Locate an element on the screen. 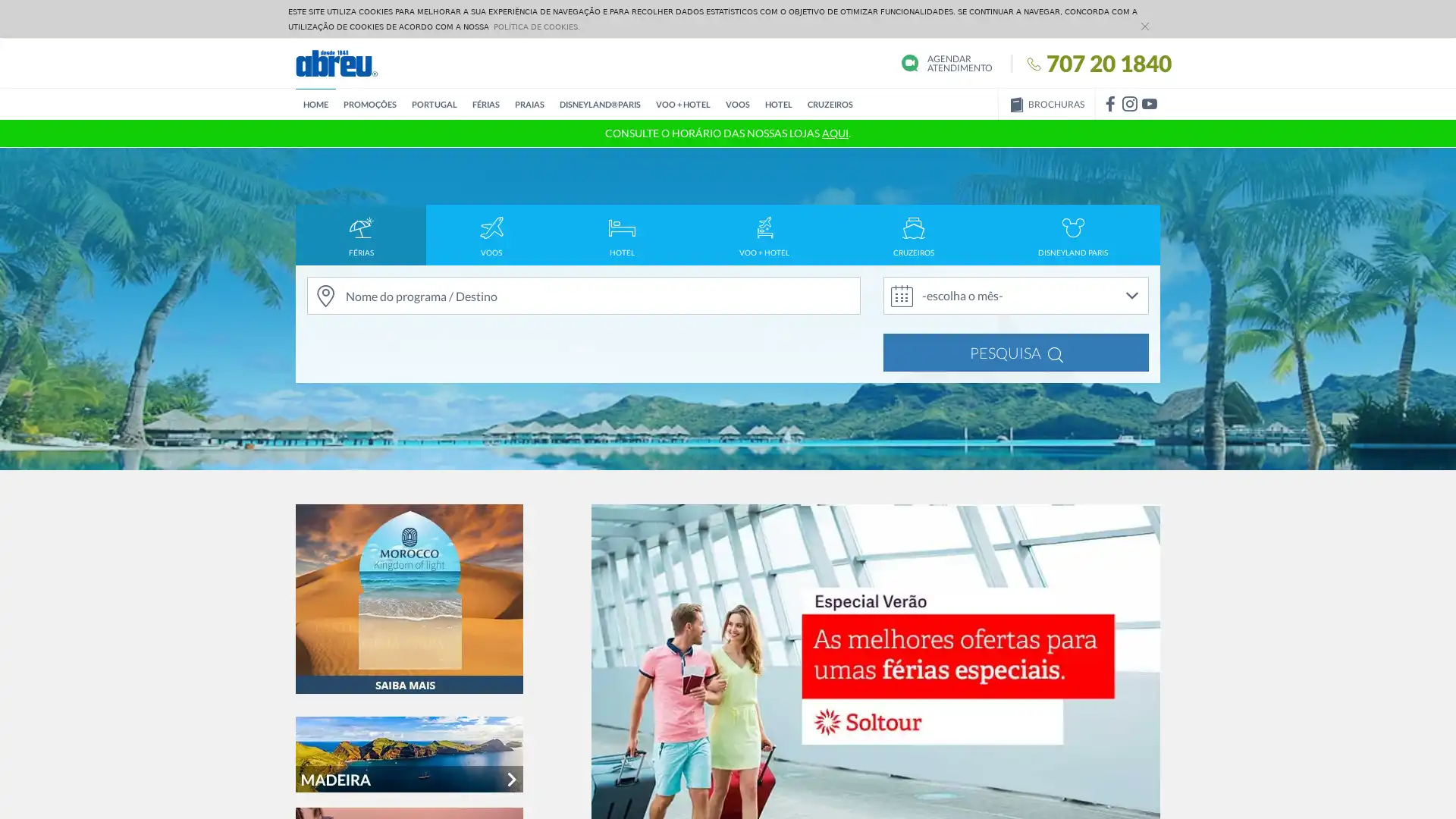 This screenshot has width=1456, height=819. PESQUISA is located at coordinates (1015, 353).